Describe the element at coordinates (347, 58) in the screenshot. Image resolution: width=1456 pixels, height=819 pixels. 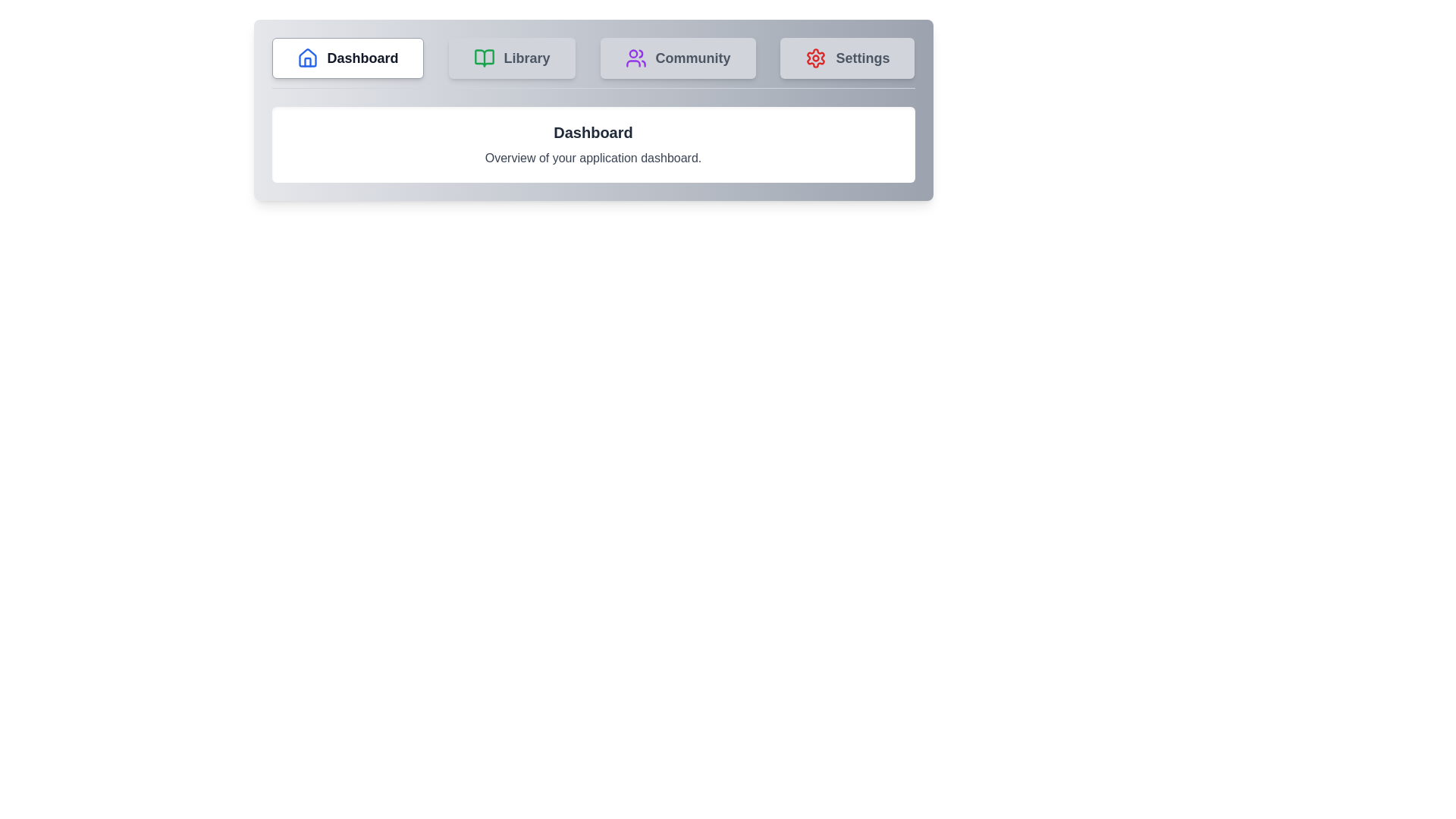
I see `the tab labeled Dashboard` at that location.